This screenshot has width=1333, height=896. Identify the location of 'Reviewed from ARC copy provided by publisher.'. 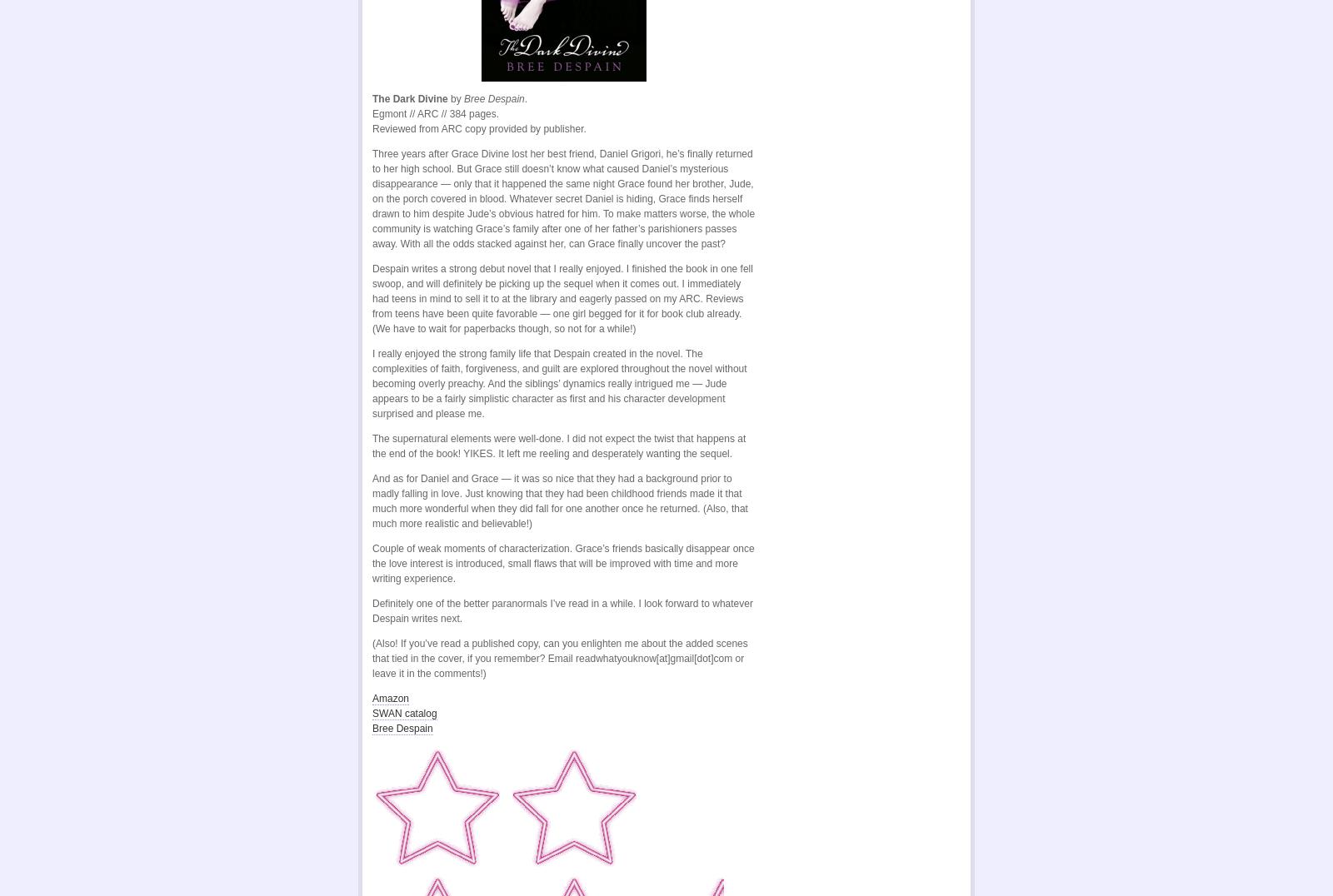
(478, 129).